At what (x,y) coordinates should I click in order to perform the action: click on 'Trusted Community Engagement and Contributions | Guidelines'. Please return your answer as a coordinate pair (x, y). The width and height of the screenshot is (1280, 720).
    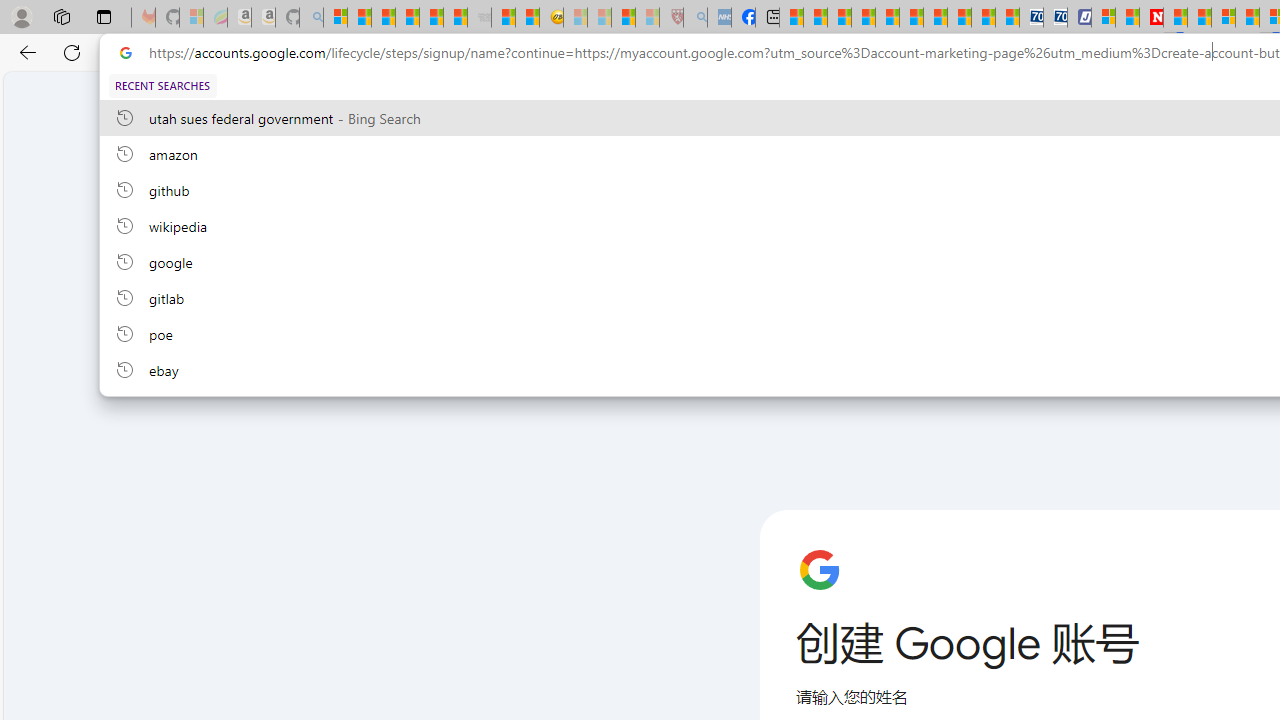
    Looking at the image, I should click on (1175, 17).